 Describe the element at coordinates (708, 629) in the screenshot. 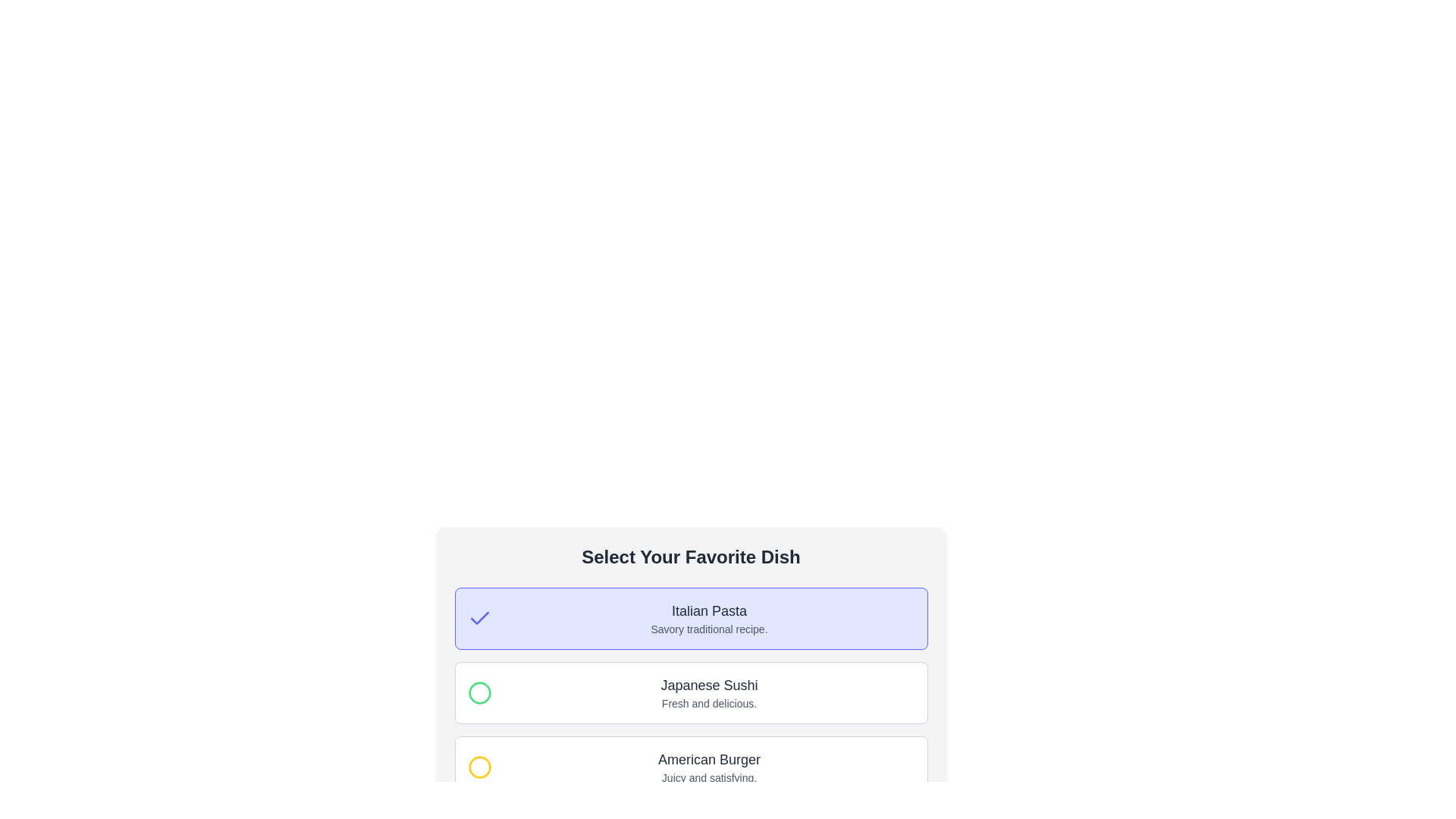

I see `textual content 'Savory traditional recipe.' which is styled in a small, gray font and positioned directly below the larger title 'Italian Pasta.'` at that location.